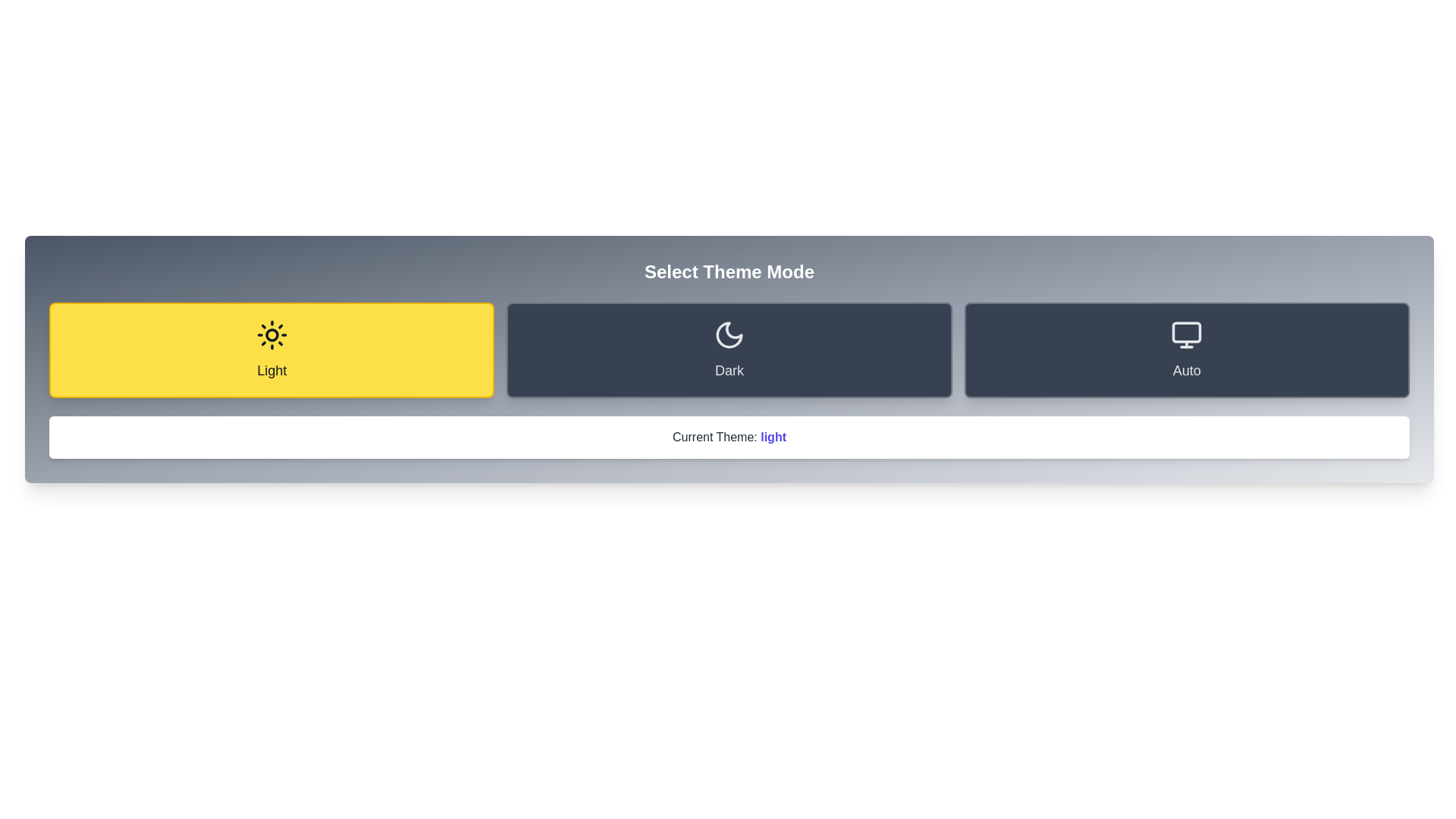  What do you see at coordinates (729, 334) in the screenshot?
I see `the crescent moon icon located in the dark rectangular background, which is centered between the 'Light' and 'Auto' sections` at bounding box center [729, 334].